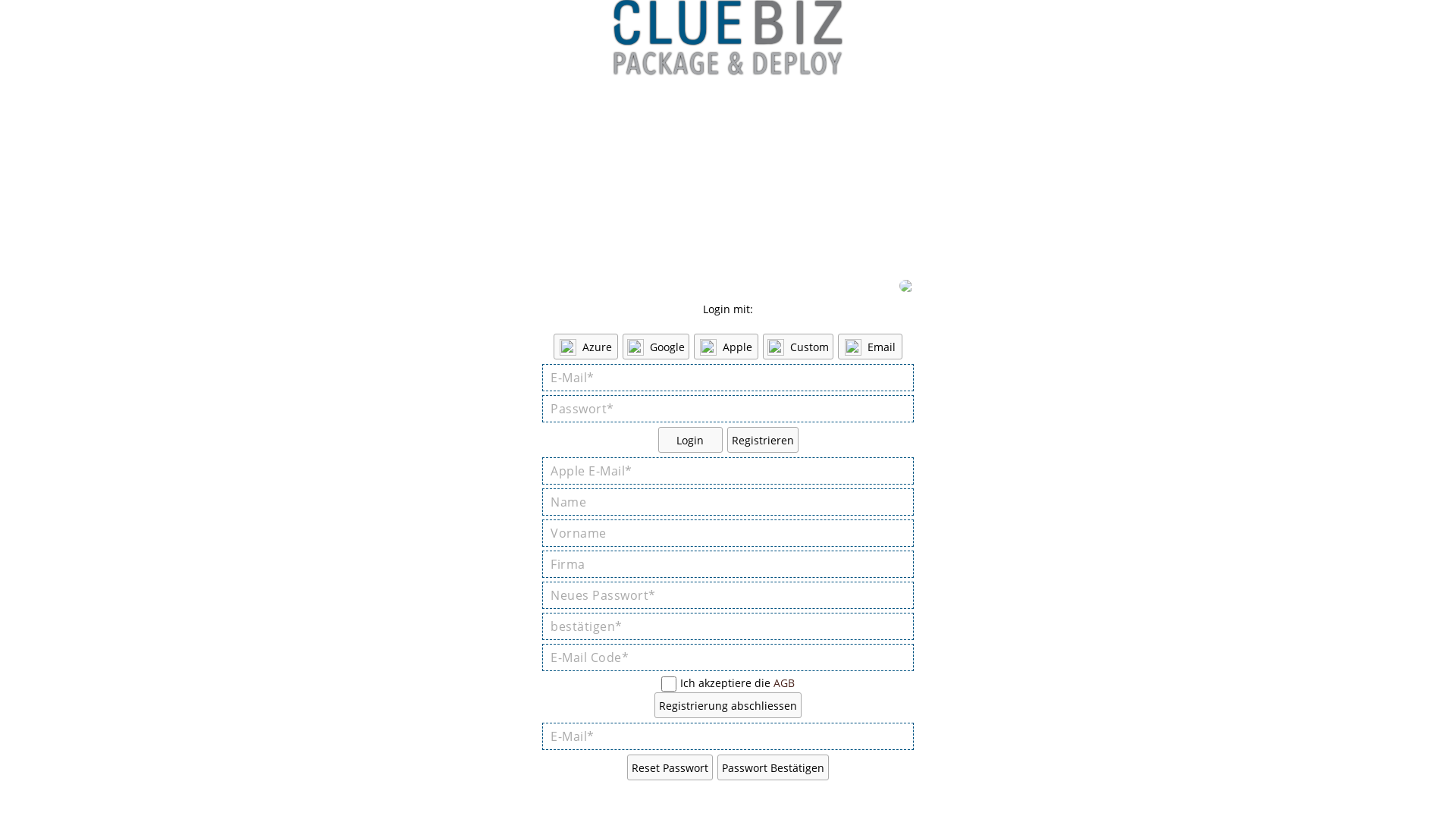  What do you see at coordinates (689, 439) in the screenshot?
I see `'Login'` at bounding box center [689, 439].